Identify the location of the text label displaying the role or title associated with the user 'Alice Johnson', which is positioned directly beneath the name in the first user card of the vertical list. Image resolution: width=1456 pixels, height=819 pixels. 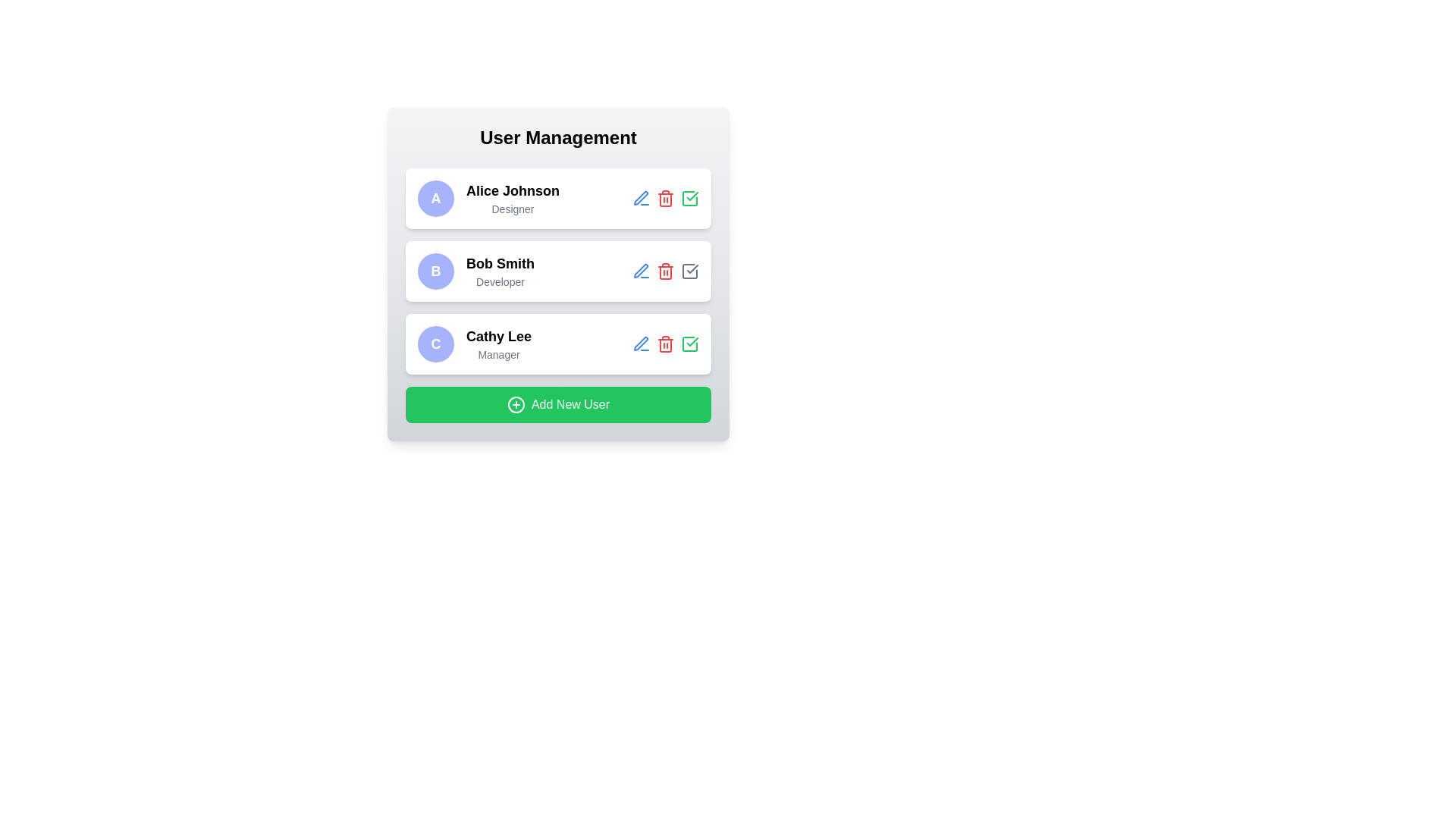
(513, 209).